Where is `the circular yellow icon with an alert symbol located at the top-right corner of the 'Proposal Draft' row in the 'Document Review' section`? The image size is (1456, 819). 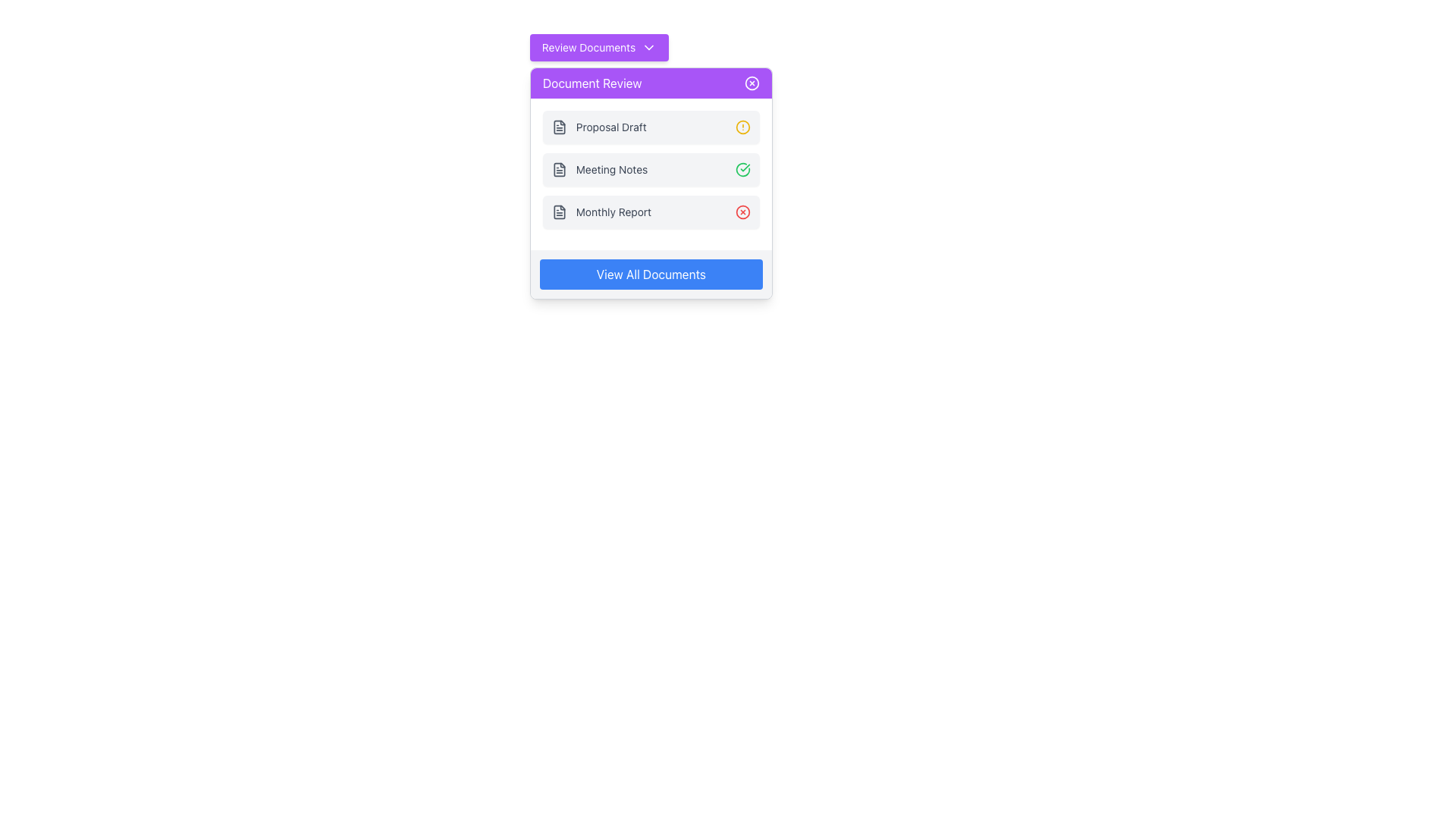
the circular yellow icon with an alert symbol located at the top-right corner of the 'Proposal Draft' row in the 'Document Review' section is located at coordinates (742, 127).